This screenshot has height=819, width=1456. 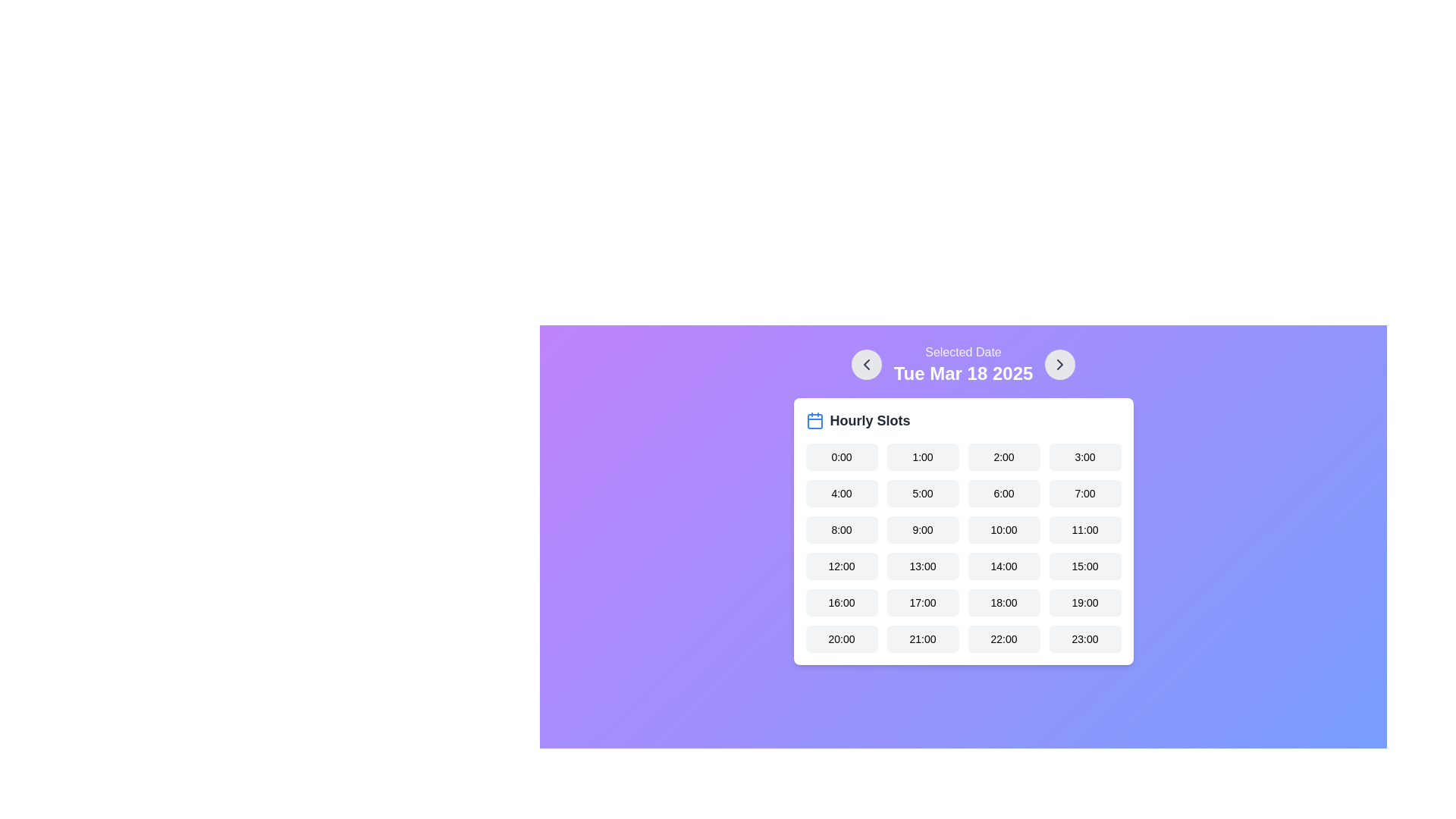 I want to click on the forward navigation button located to the right of the selected date display 'Tue Mar 18 2025', so click(x=1059, y=365).